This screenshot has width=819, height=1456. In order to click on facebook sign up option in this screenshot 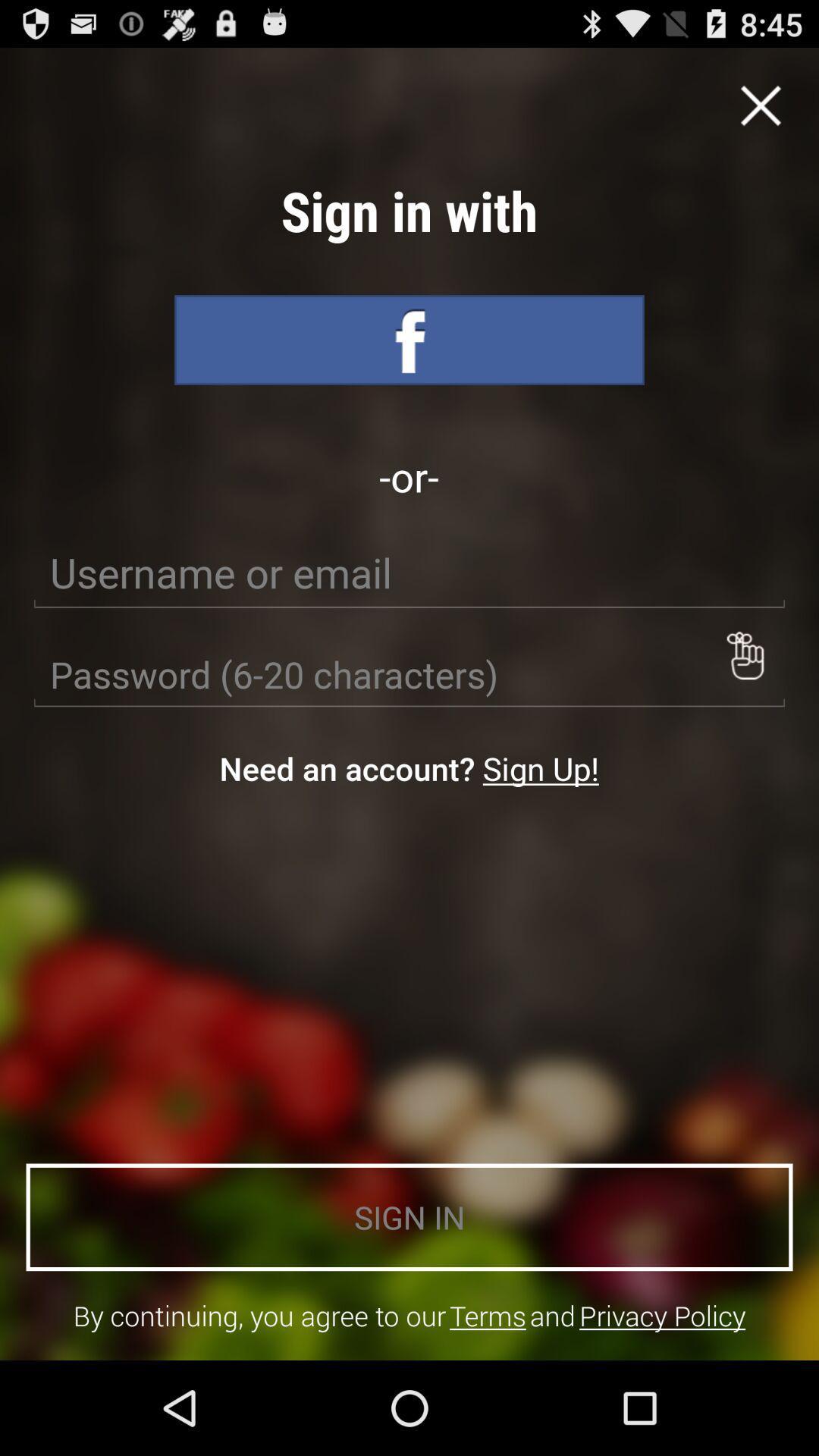, I will do `click(409, 339)`.